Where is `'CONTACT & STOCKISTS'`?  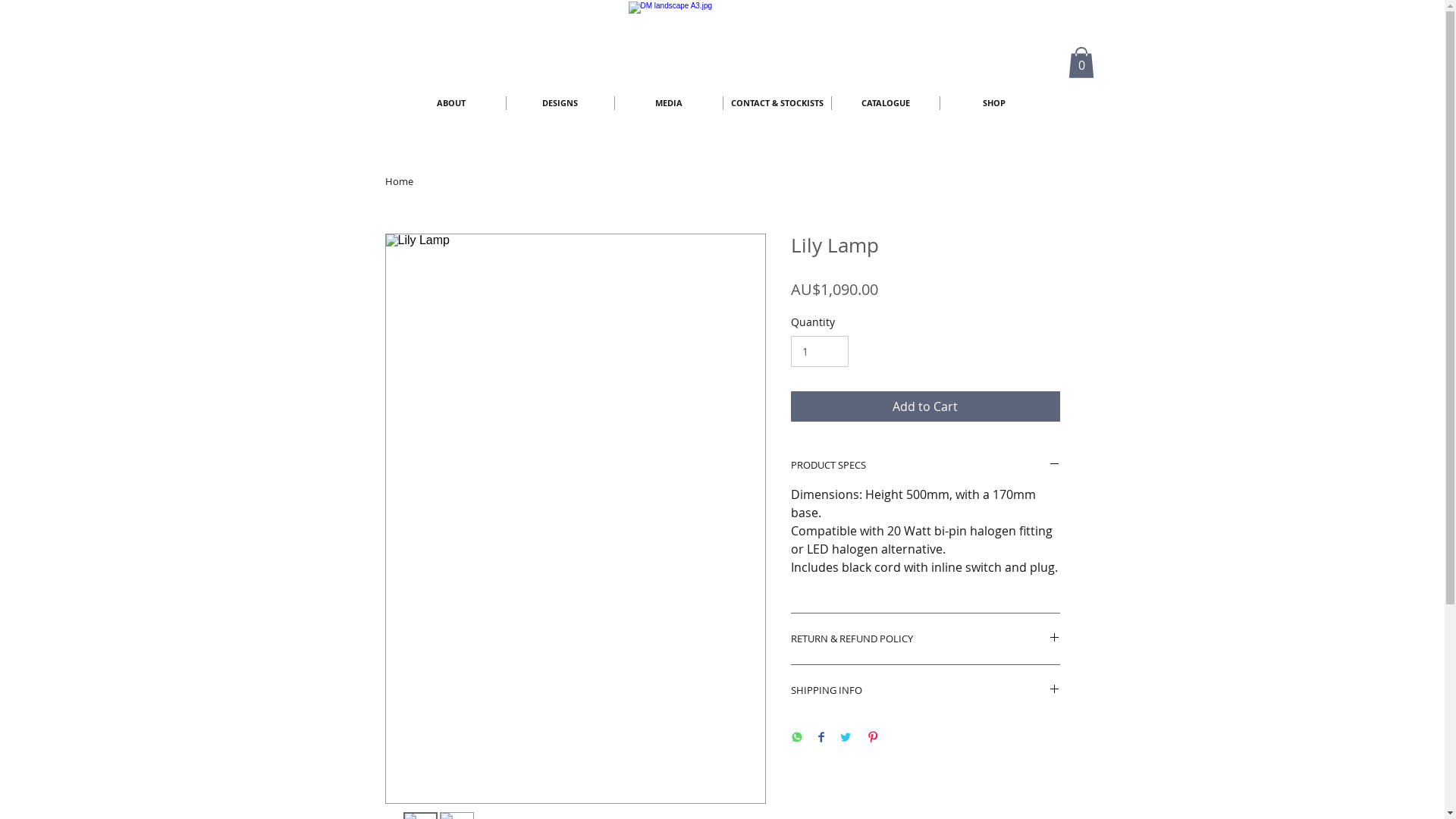
'CONTACT & STOCKISTS' is located at coordinates (723, 102).